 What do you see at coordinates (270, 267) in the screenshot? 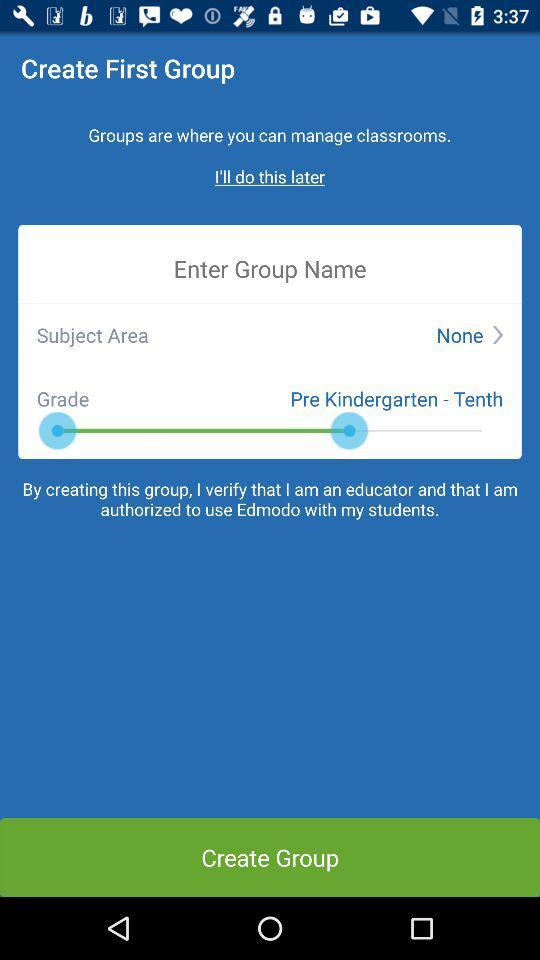
I see `group name entry box` at bounding box center [270, 267].